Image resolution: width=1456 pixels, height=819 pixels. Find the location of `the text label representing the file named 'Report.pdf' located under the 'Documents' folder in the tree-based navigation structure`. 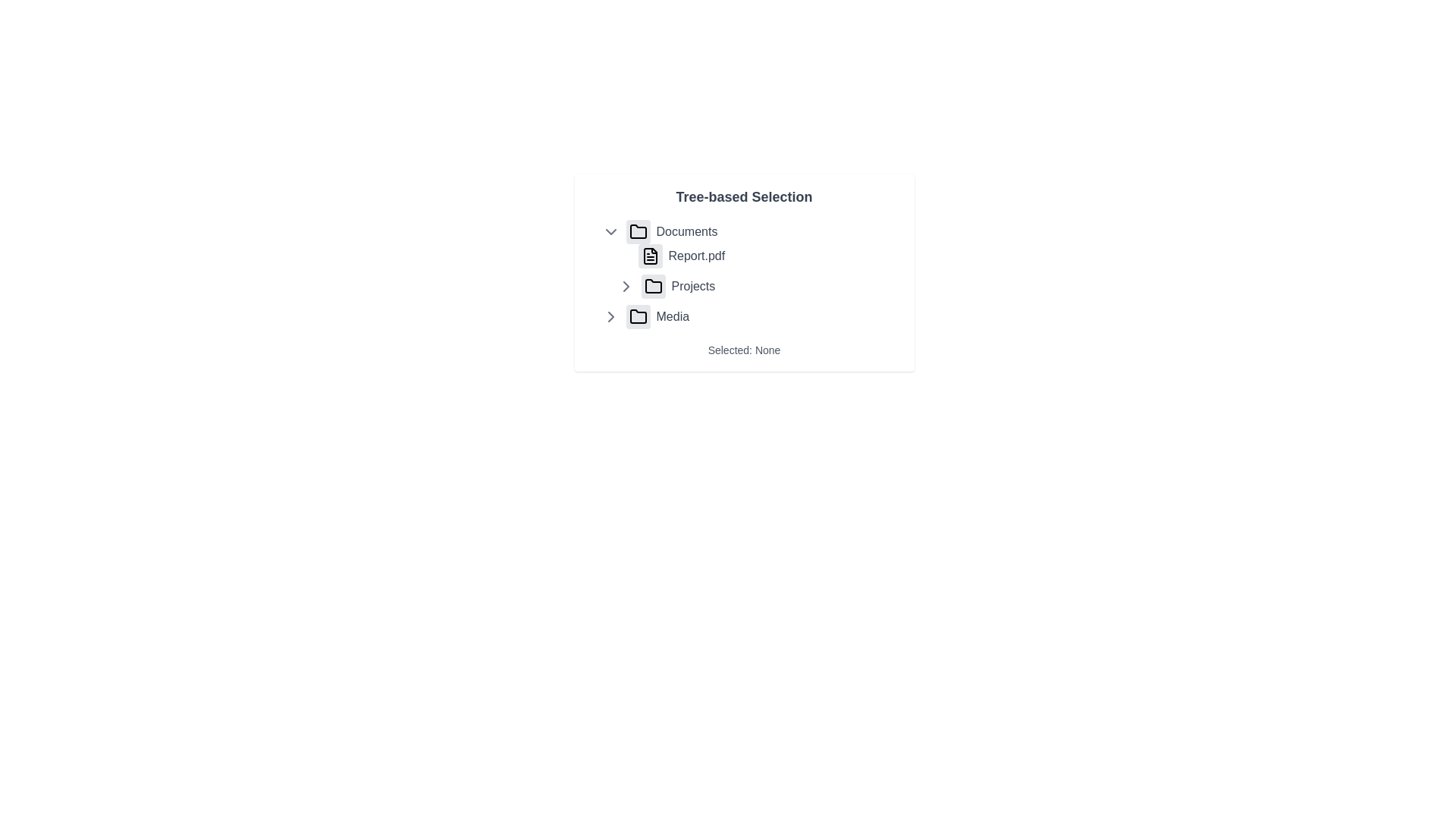

the text label representing the file named 'Report.pdf' located under the 'Documents' folder in the tree-based navigation structure is located at coordinates (695, 256).